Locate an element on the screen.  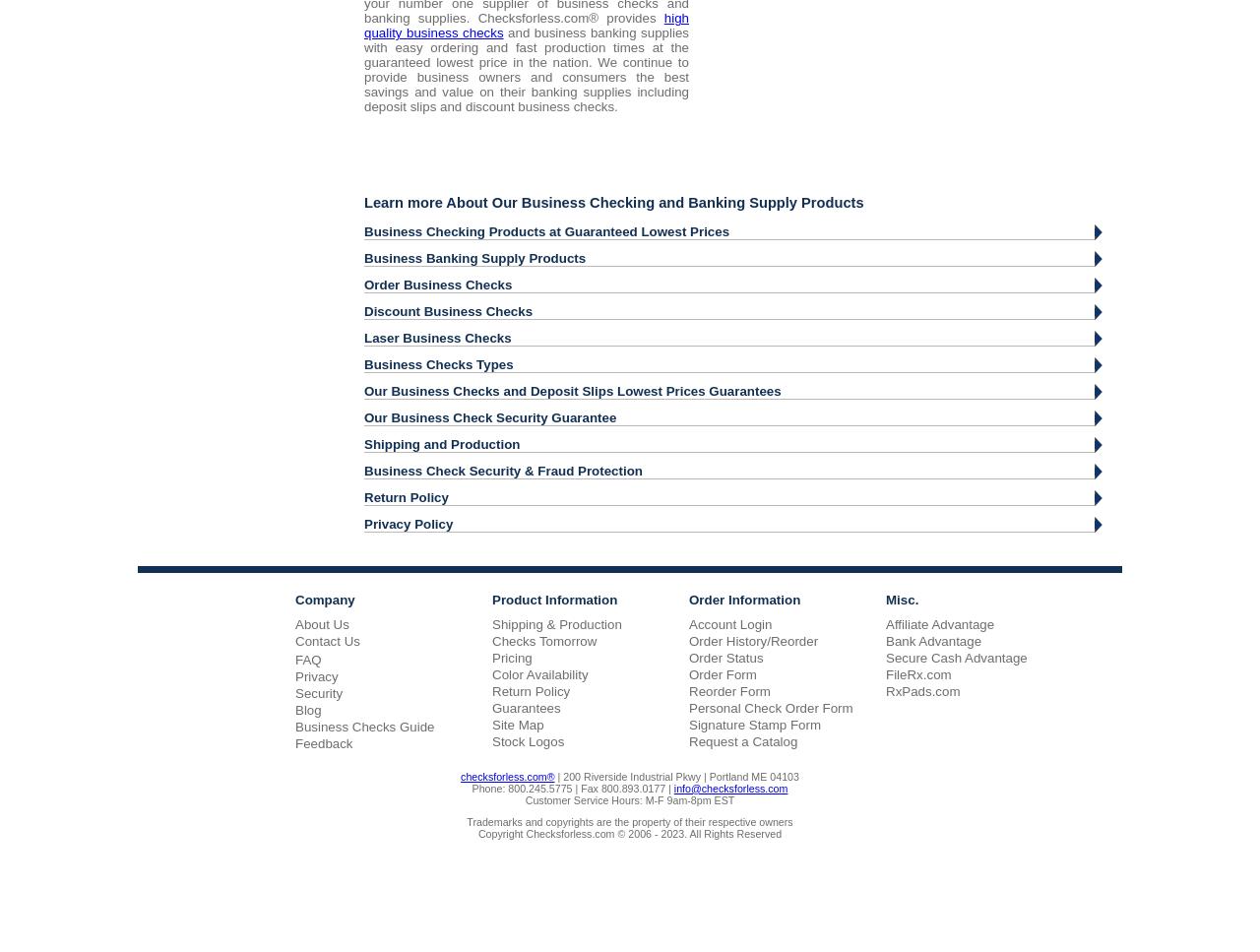
'About Us' is located at coordinates (322, 622).